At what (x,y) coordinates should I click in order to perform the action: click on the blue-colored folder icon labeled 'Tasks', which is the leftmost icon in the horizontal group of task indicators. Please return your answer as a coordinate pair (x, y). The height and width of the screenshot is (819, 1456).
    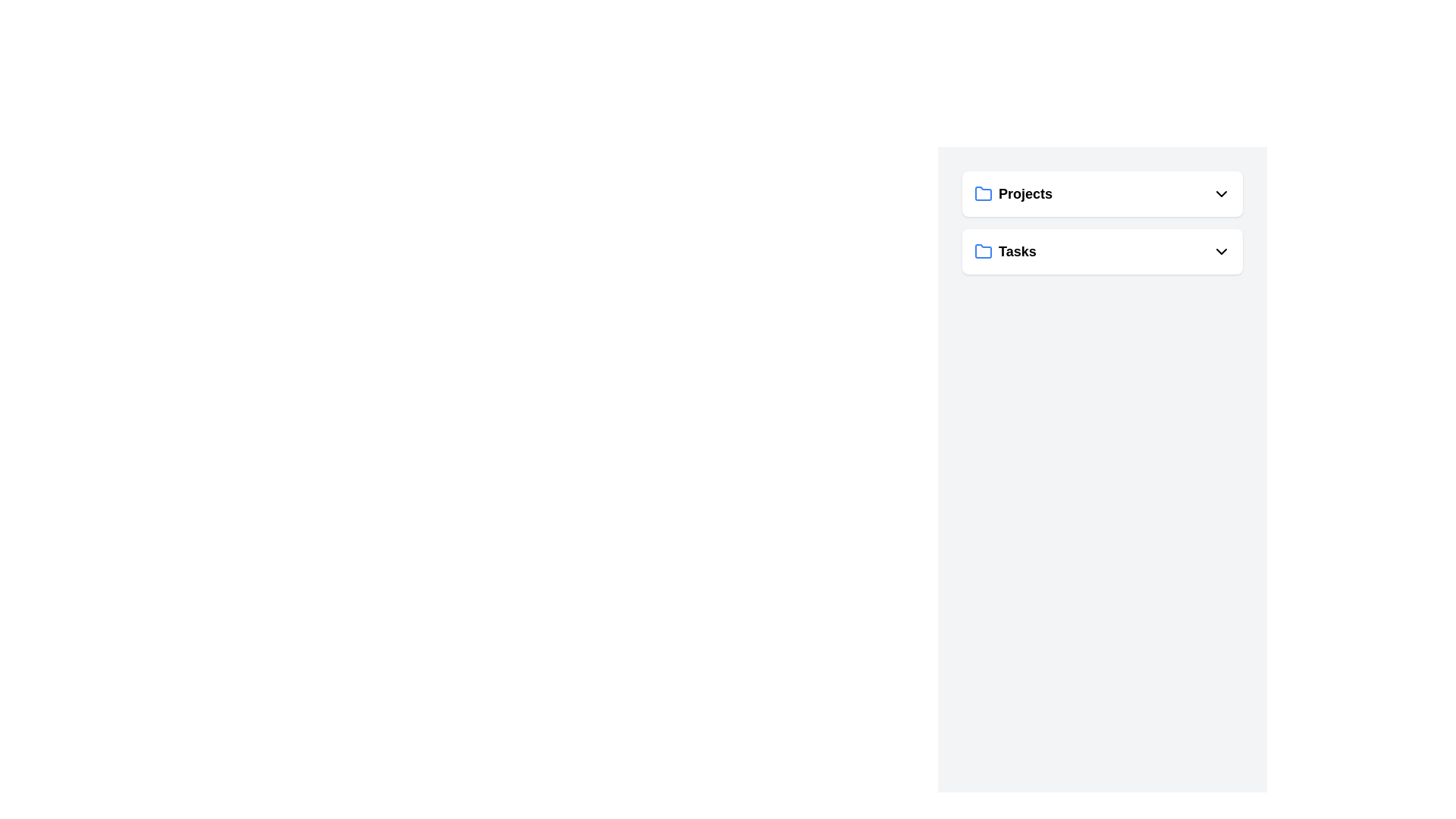
    Looking at the image, I should click on (983, 250).